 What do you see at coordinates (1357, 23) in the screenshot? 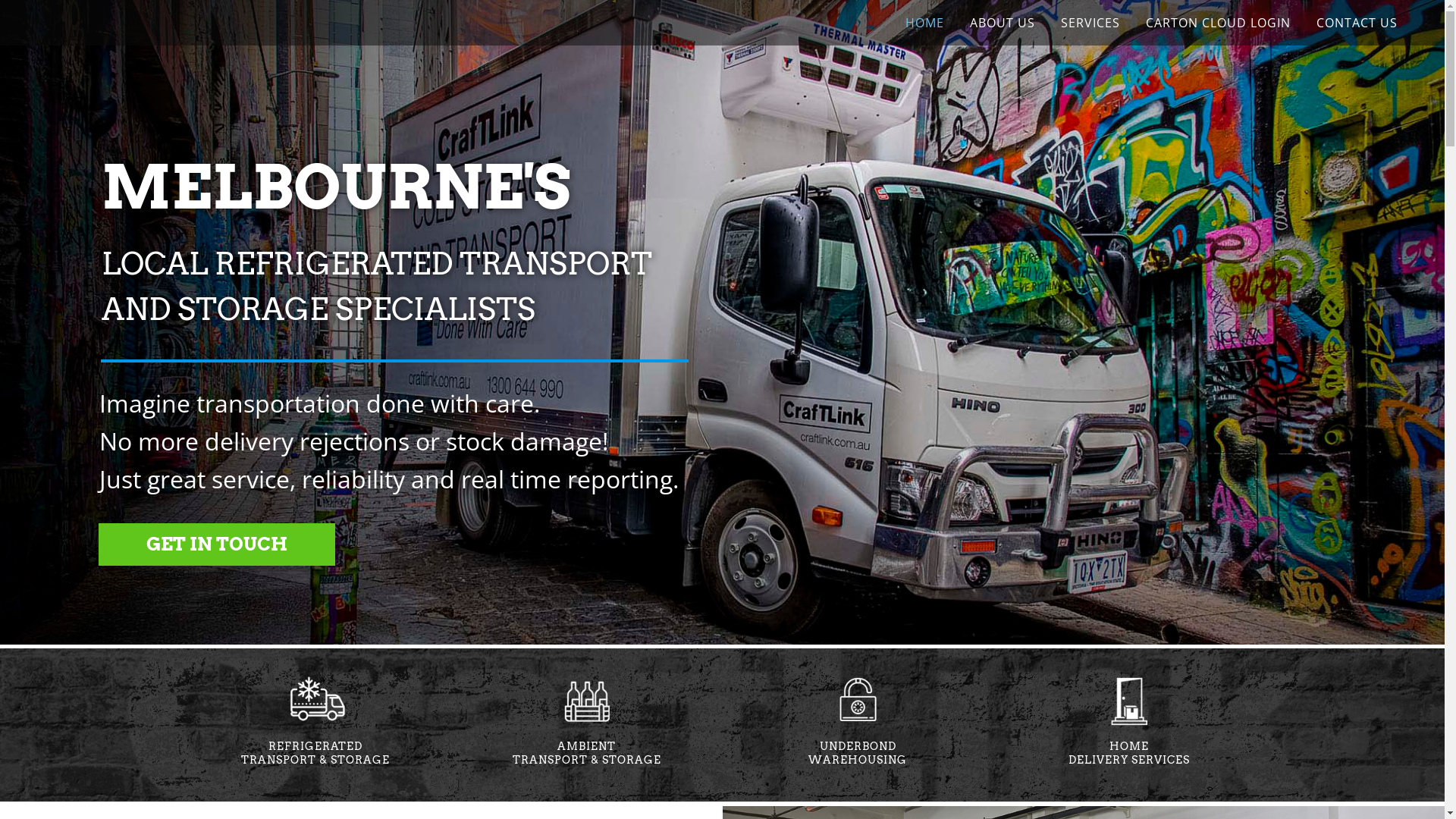
I see `'CONTACT US'` at bounding box center [1357, 23].